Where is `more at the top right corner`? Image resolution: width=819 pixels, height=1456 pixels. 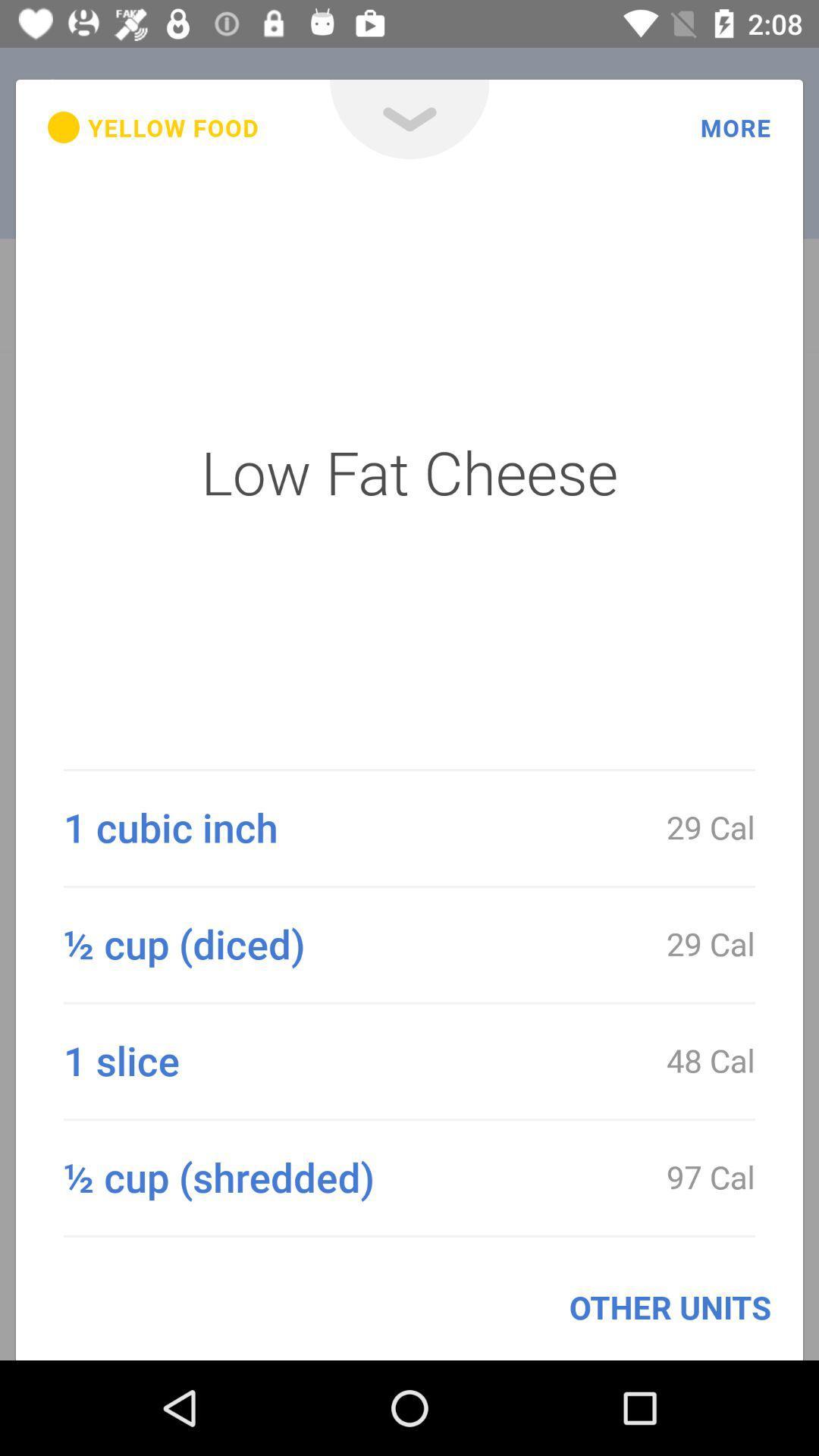 more at the top right corner is located at coordinates (735, 127).